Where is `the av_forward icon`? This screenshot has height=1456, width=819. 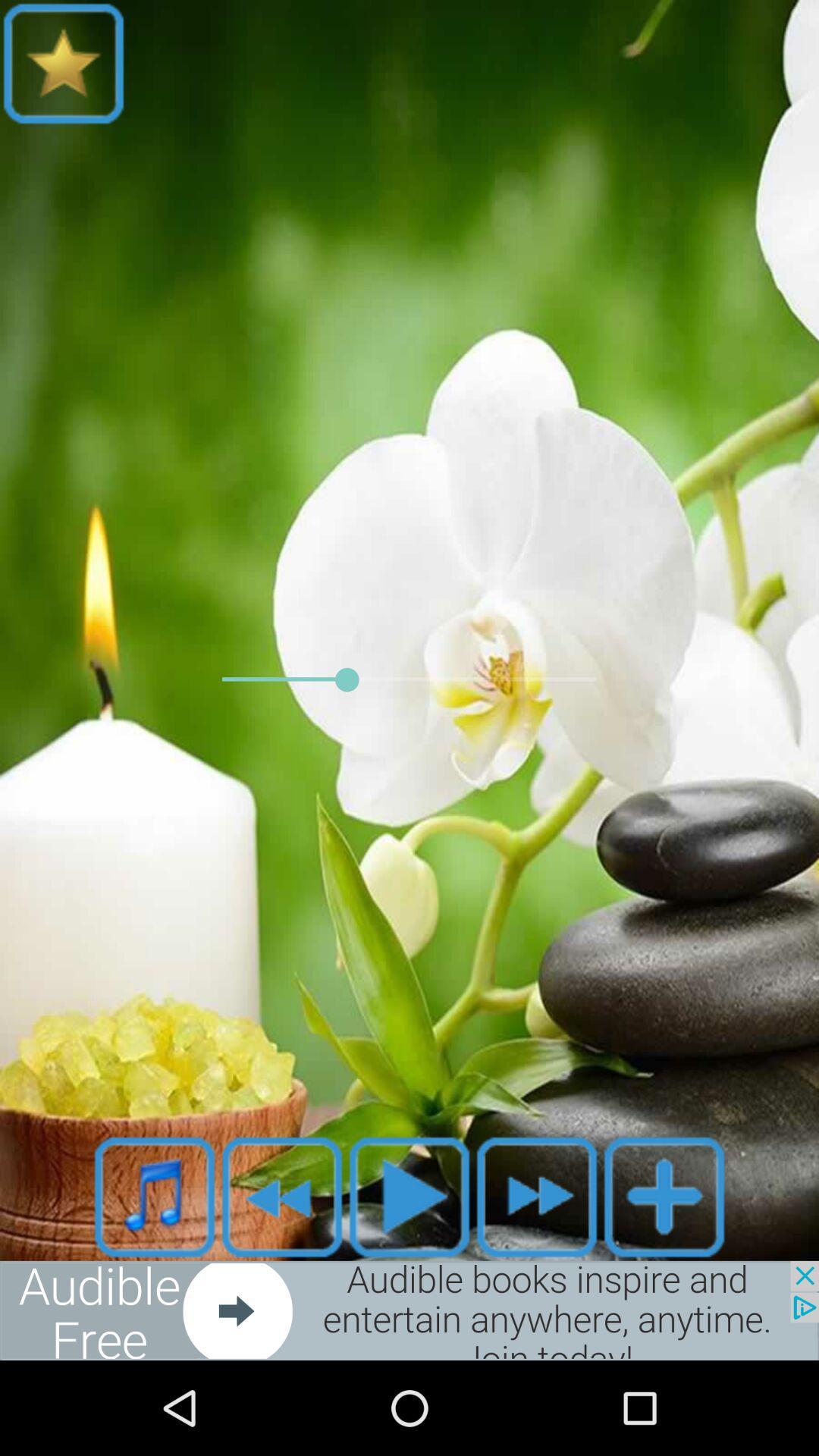 the av_forward icon is located at coordinates (536, 1196).